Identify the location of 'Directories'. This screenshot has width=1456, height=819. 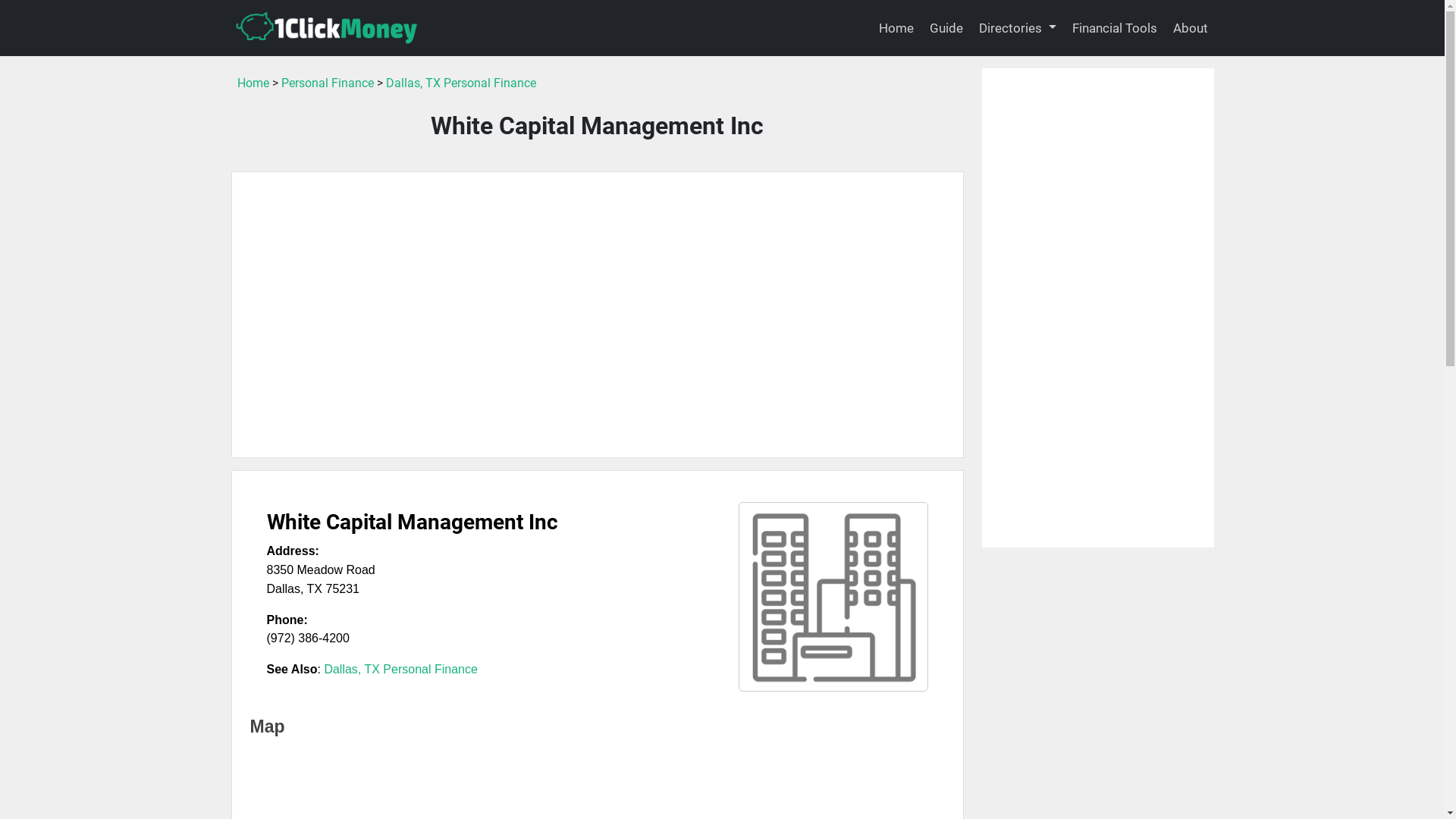
(972, 28).